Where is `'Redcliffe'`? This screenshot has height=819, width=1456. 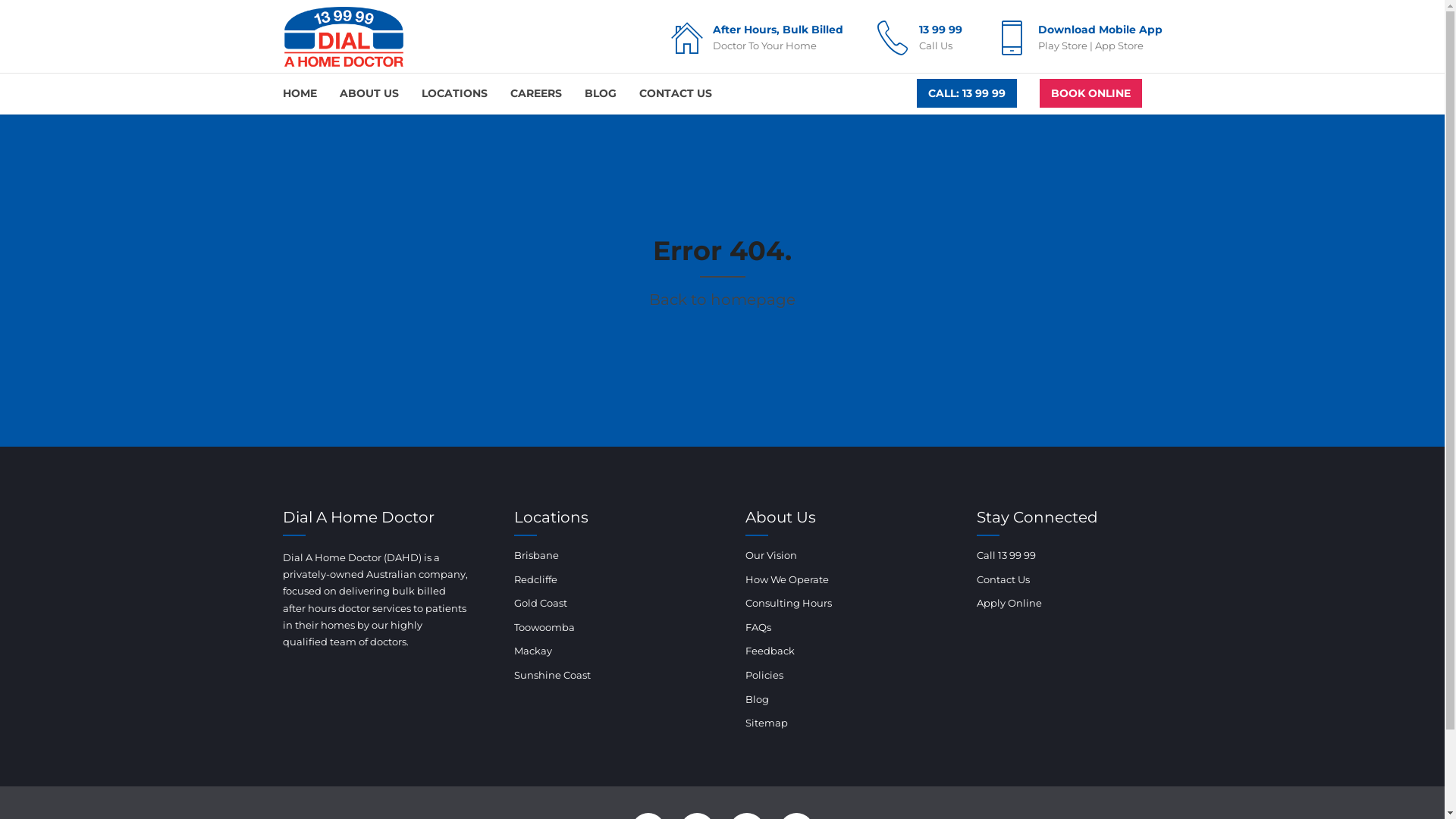
'Redcliffe' is located at coordinates (535, 579).